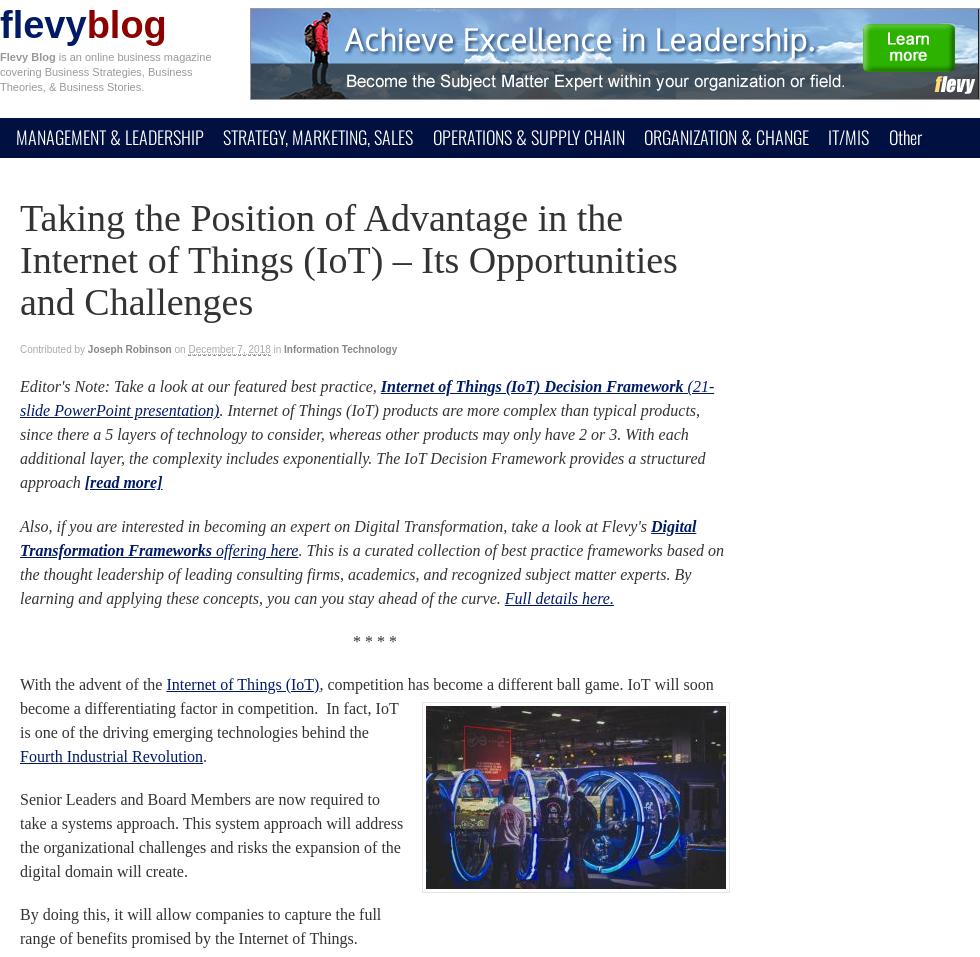 The image size is (980, 957). Describe the element at coordinates (174, 349) in the screenshot. I see `'on'` at that location.